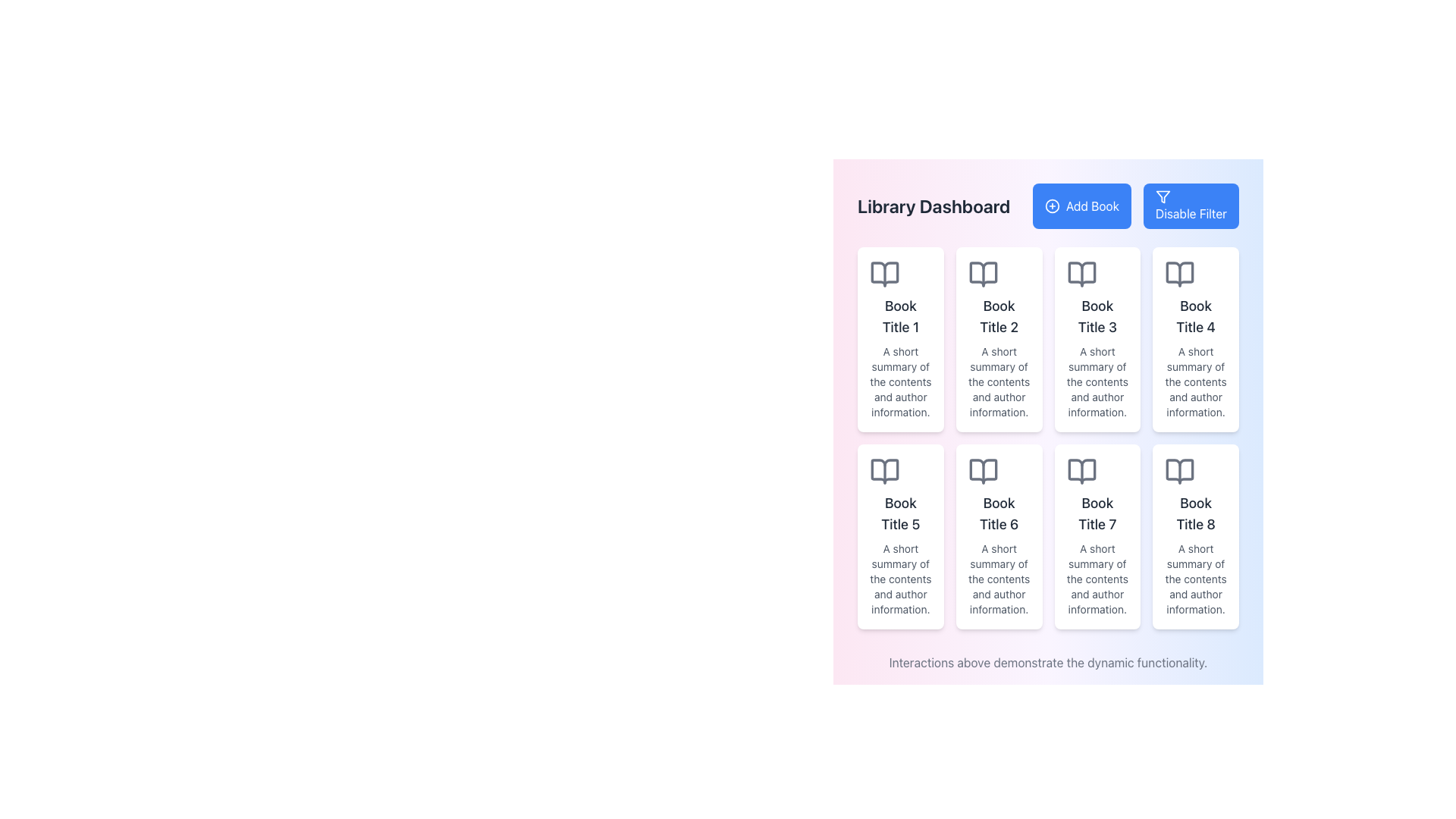 This screenshot has height=819, width=1456. What do you see at coordinates (1195, 536) in the screenshot?
I see `the Information Card displaying 'Book Title 8' in the bottom-right corner of the library dashboard` at bounding box center [1195, 536].